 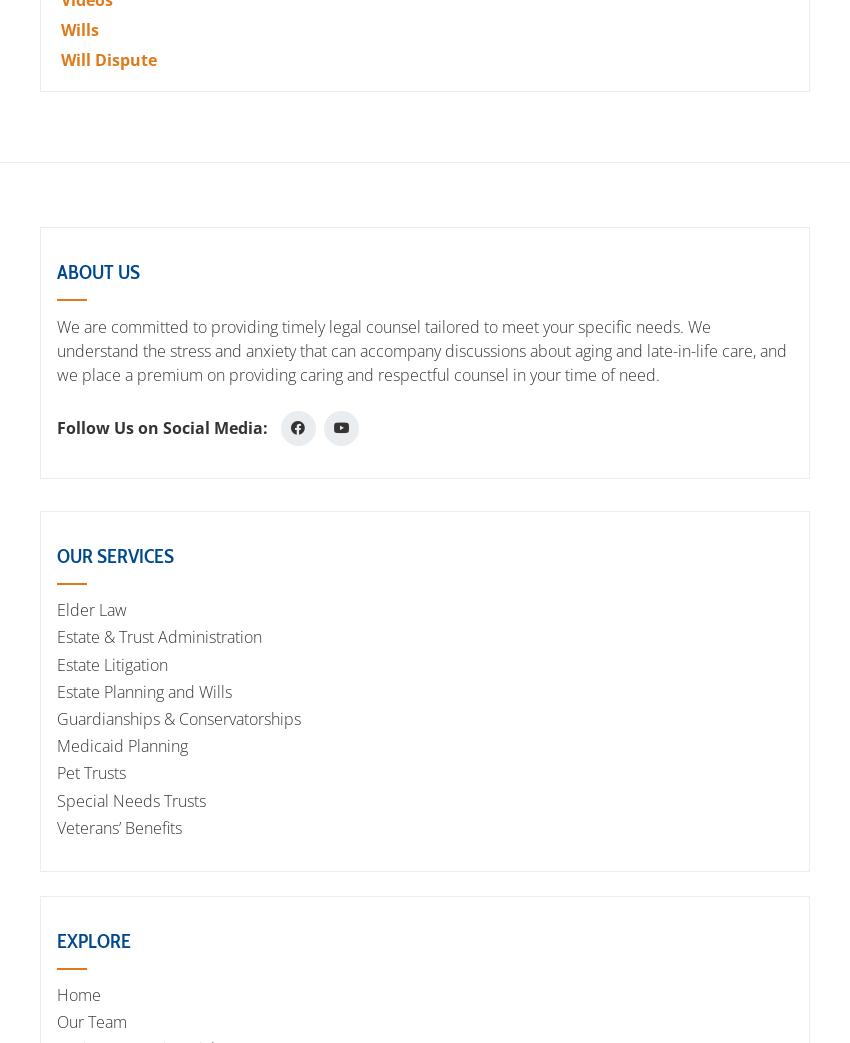 I want to click on 'Estate Litigation', so click(x=111, y=662).